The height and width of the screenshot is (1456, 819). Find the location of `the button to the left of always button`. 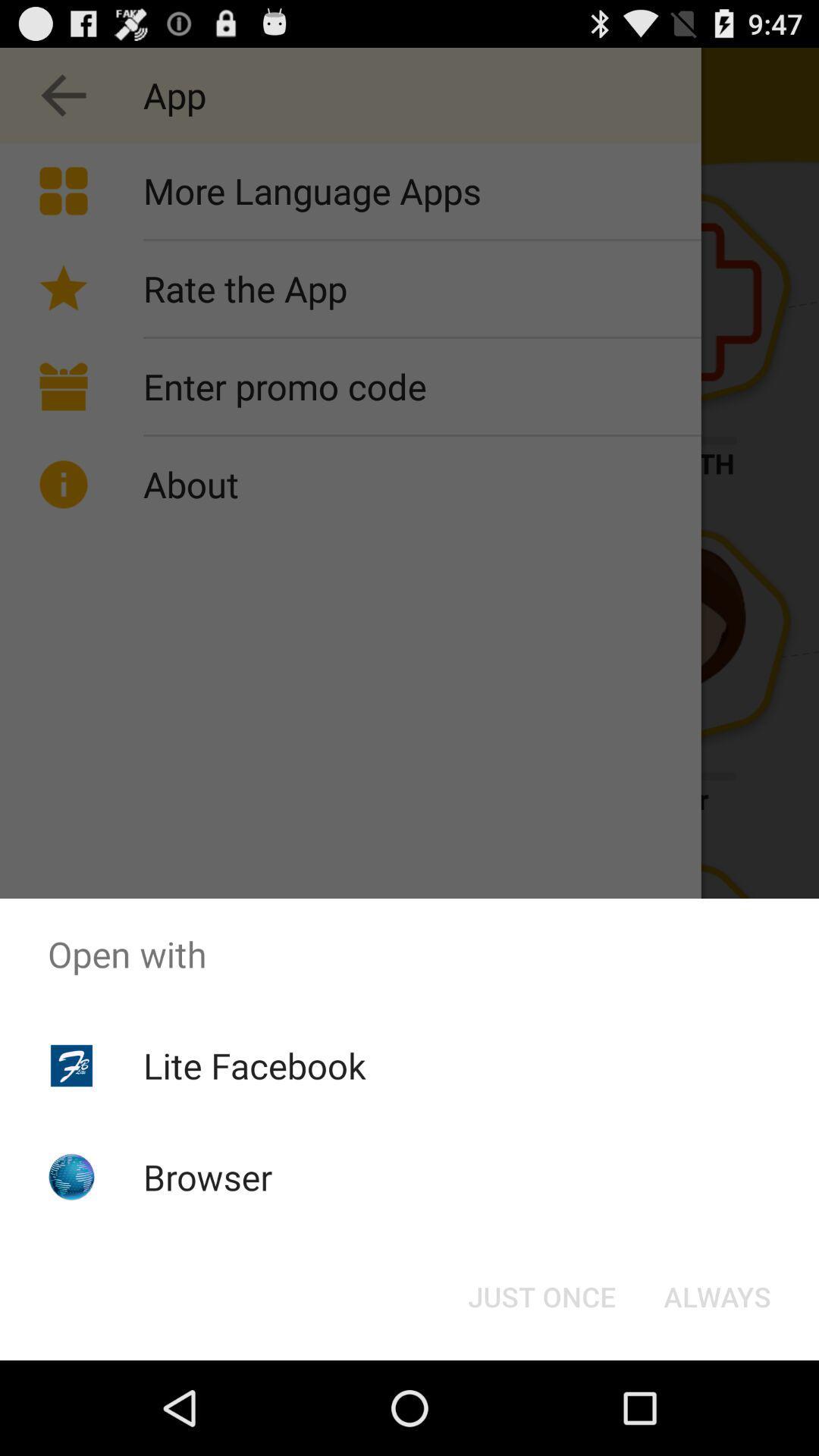

the button to the left of always button is located at coordinates (541, 1295).